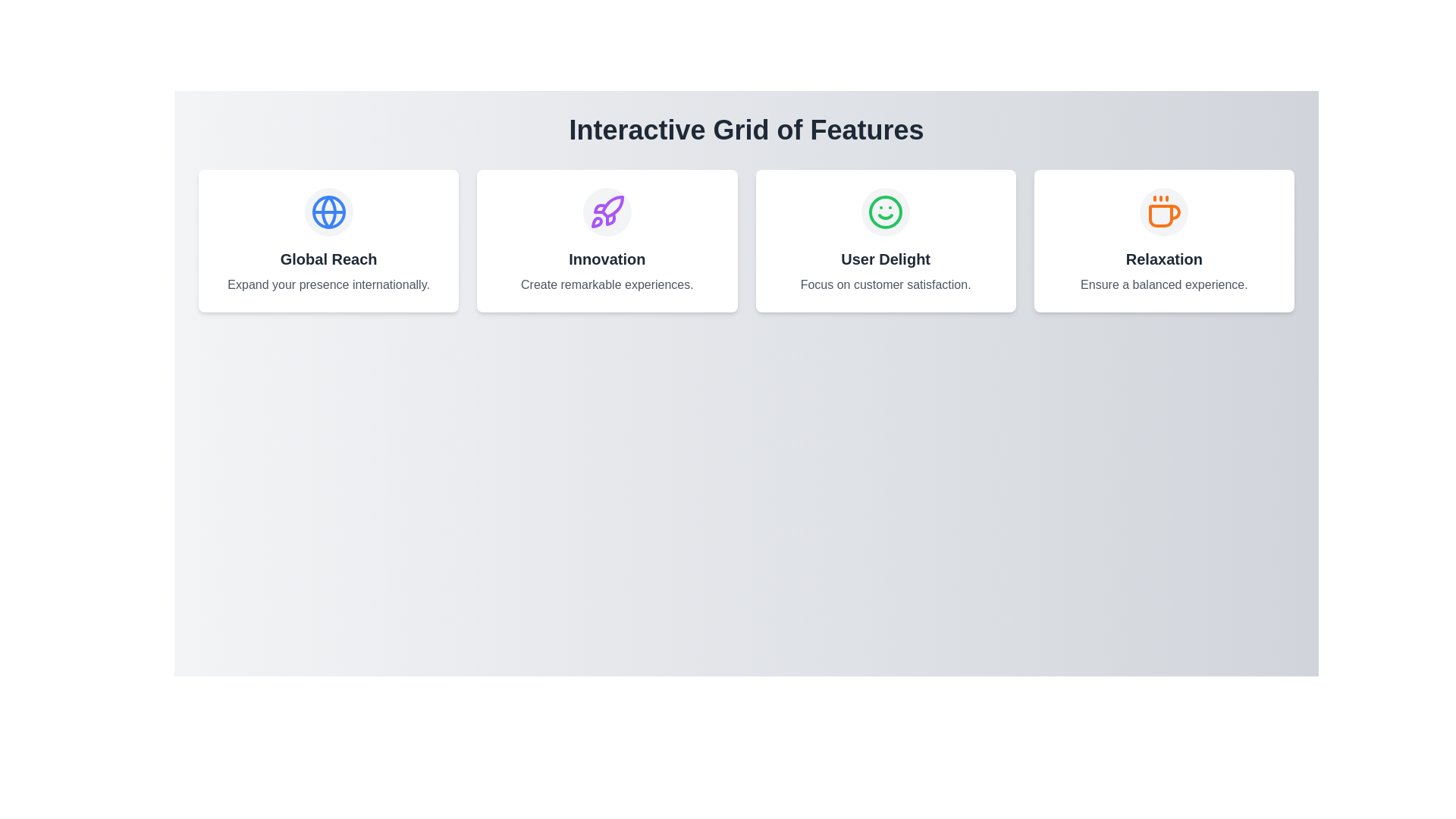  What do you see at coordinates (886, 284) in the screenshot?
I see `the text displaying 'Focus on customer satisfaction.' located below the heading 'User Delight' within the third card in a horizontal arrangement of four cards` at bounding box center [886, 284].